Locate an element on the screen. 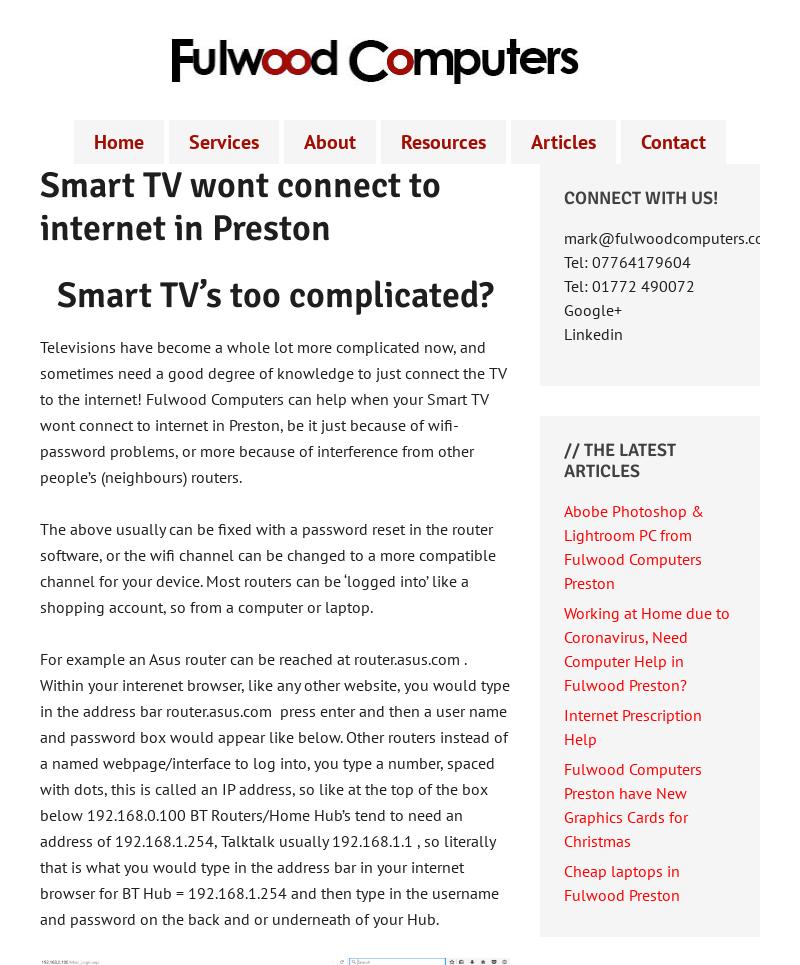 The height and width of the screenshot is (965, 800). 'Televisions have become a whole lot more complicated now, and sometimes need a good degree of knowledge to just connect the TV to the internet! Fulwood Computers can help when your Smart TV wont connect to internet in Preston, be it just because of wifi-password problems, or more because of interference from other people’s (neighbours) routers.' is located at coordinates (273, 410).